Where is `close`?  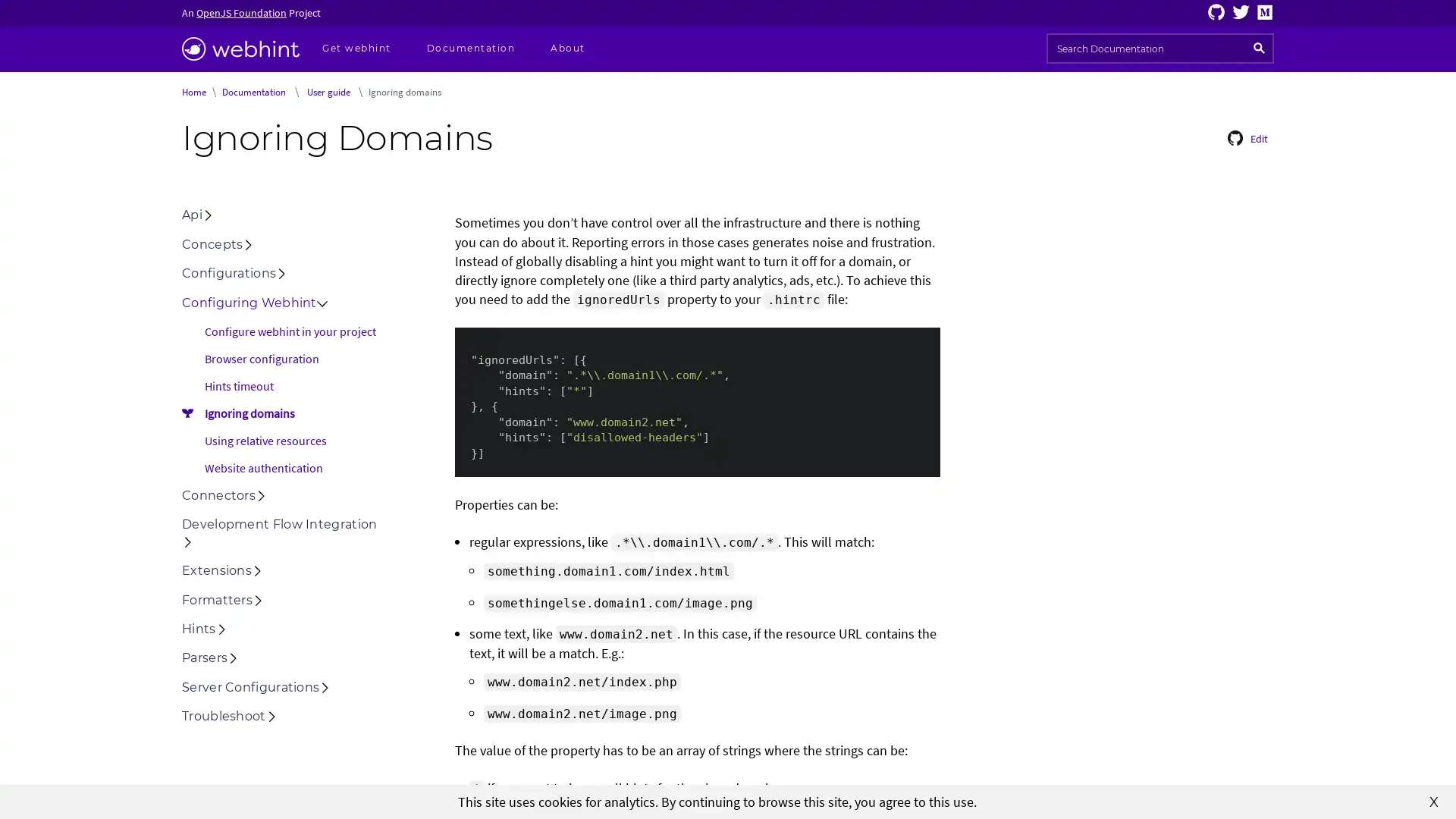 close is located at coordinates (1433, 800).